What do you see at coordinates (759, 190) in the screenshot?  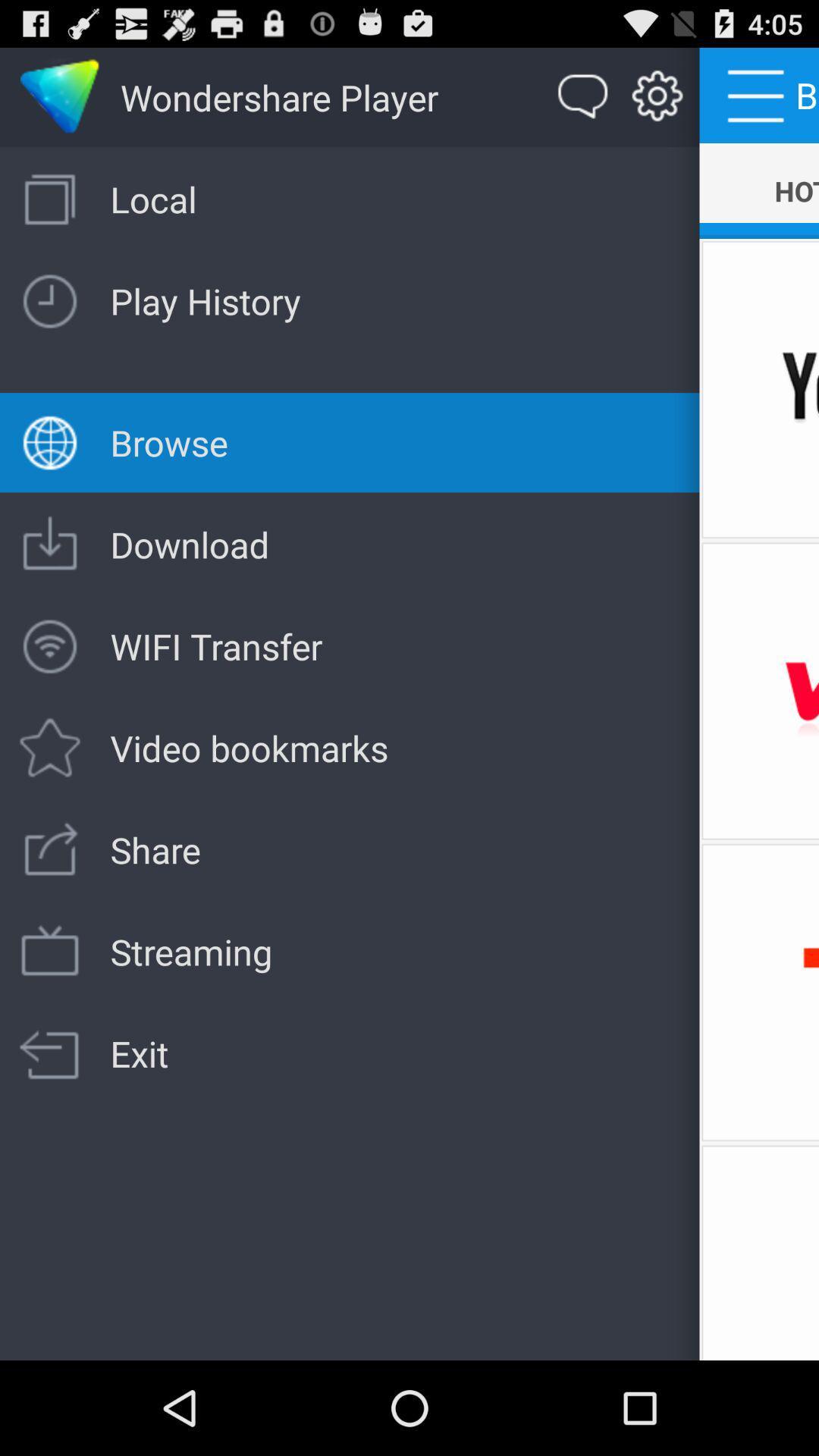 I see `the hot app` at bounding box center [759, 190].